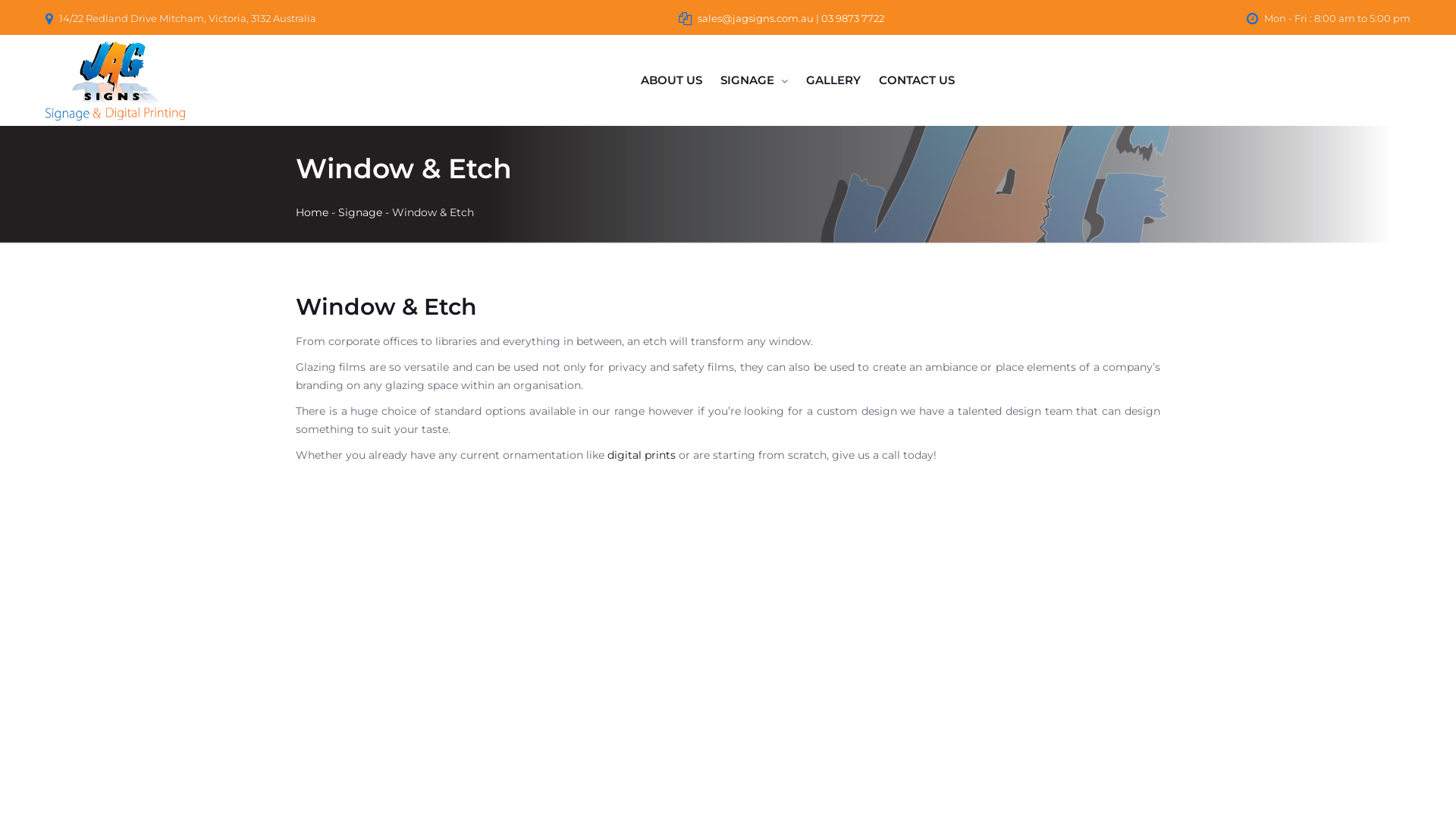  Describe the element at coordinates (359, 212) in the screenshot. I see `'Signage'` at that location.